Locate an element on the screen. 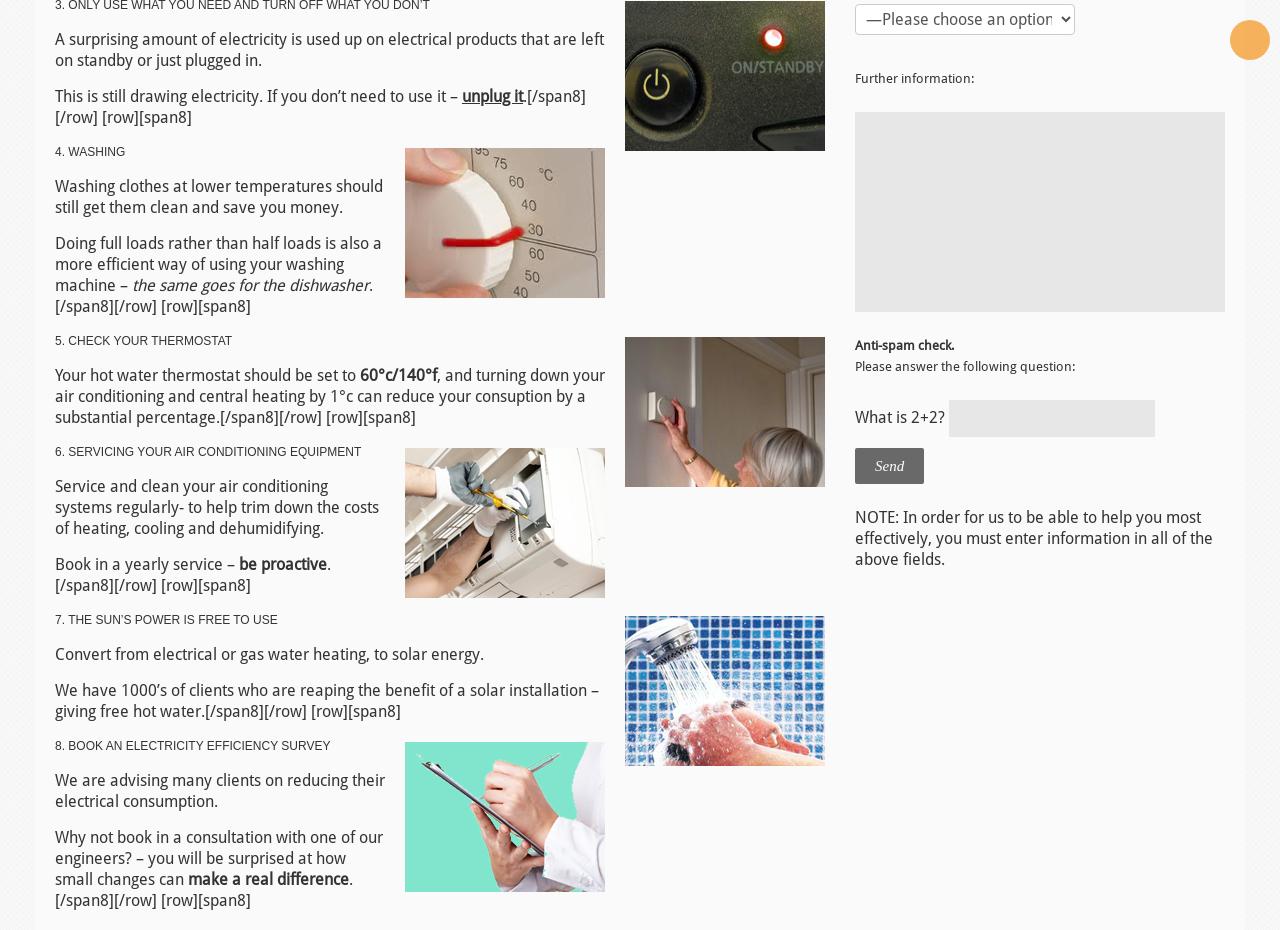 The width and height of the screenshot is (1280, 930). ', and turning down your air conditioning and central heating by 1°c can reduce your consuption by a substantial percentage.[/span8][/row]
[row][span8]' is located at coordinates (329, 395).